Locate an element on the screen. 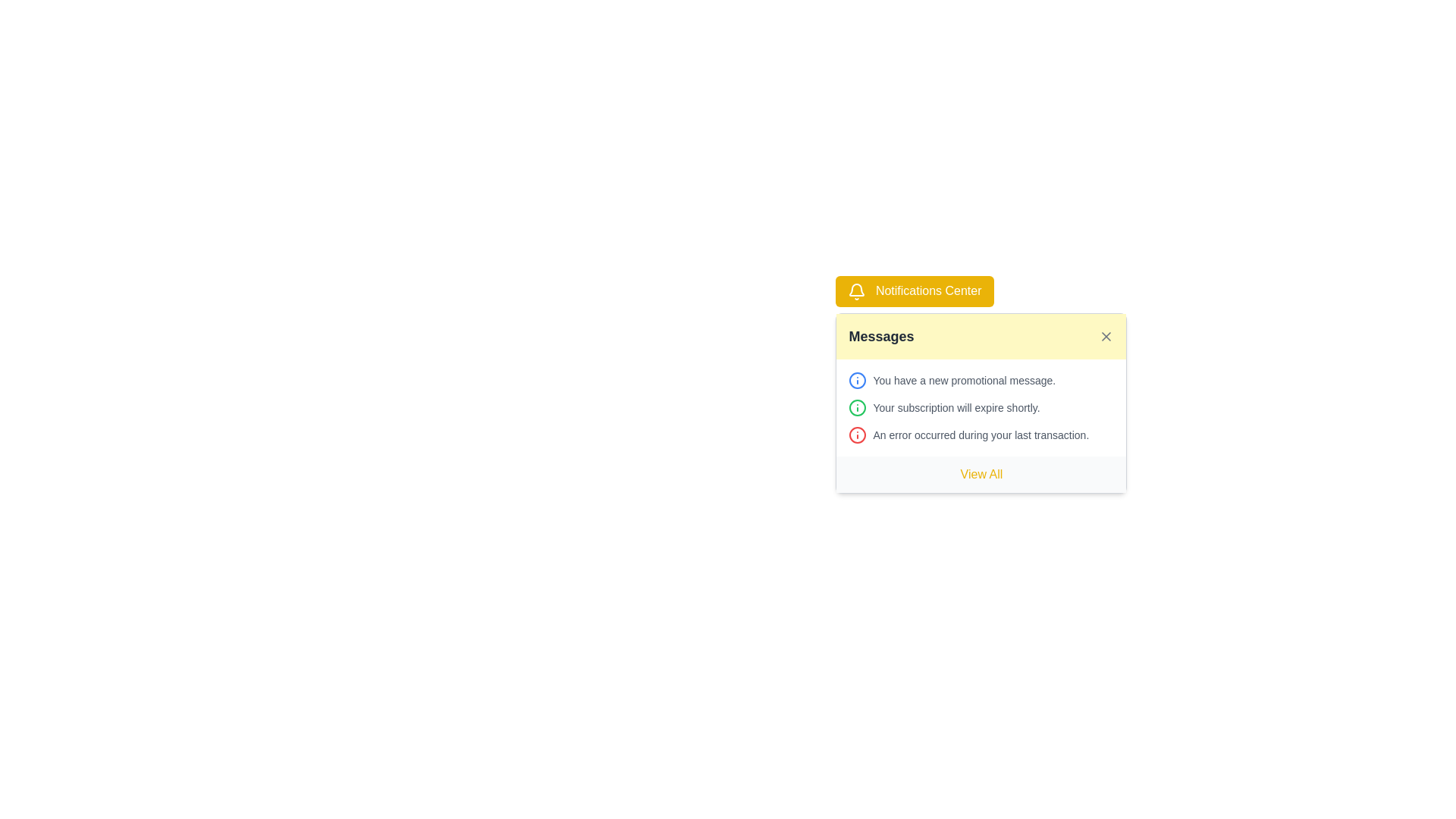 The image size is (1456, 819). the interactive button located at the bottom center of the notification card is located at coordinates (981, 473).